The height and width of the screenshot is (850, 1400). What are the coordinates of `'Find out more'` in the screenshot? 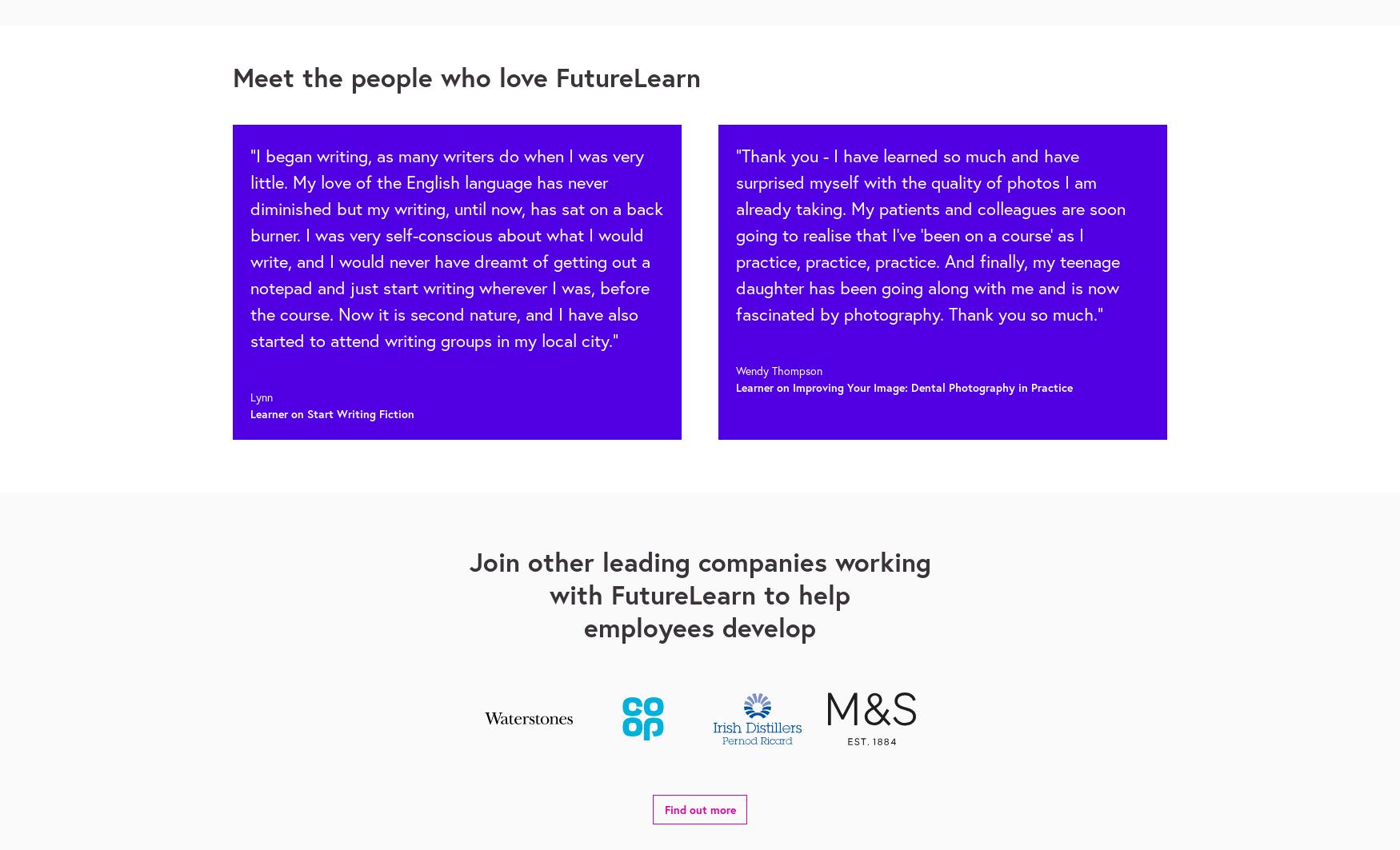 It's located at (664, 808).